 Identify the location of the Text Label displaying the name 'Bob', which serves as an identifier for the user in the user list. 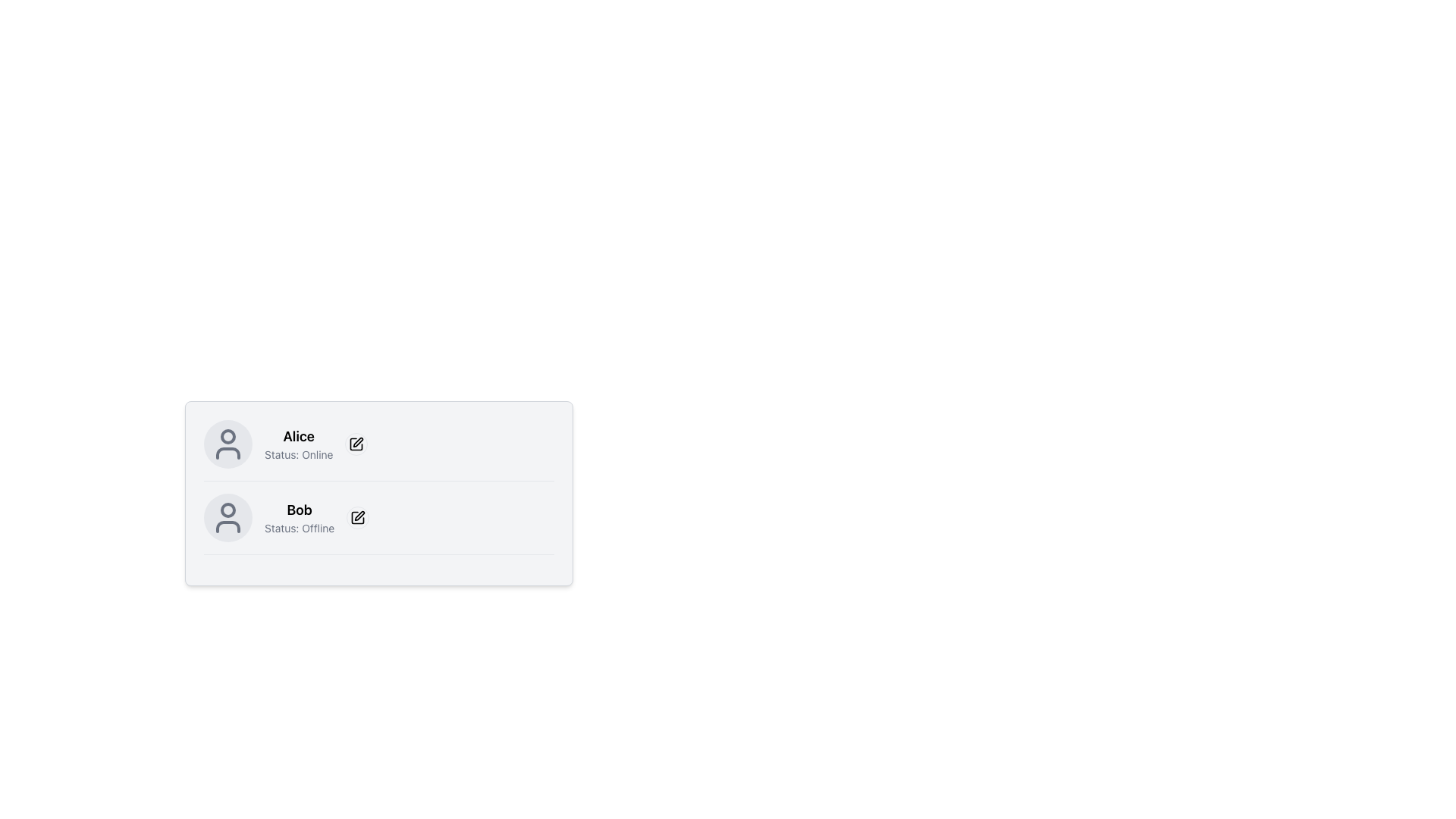
(300, 510).